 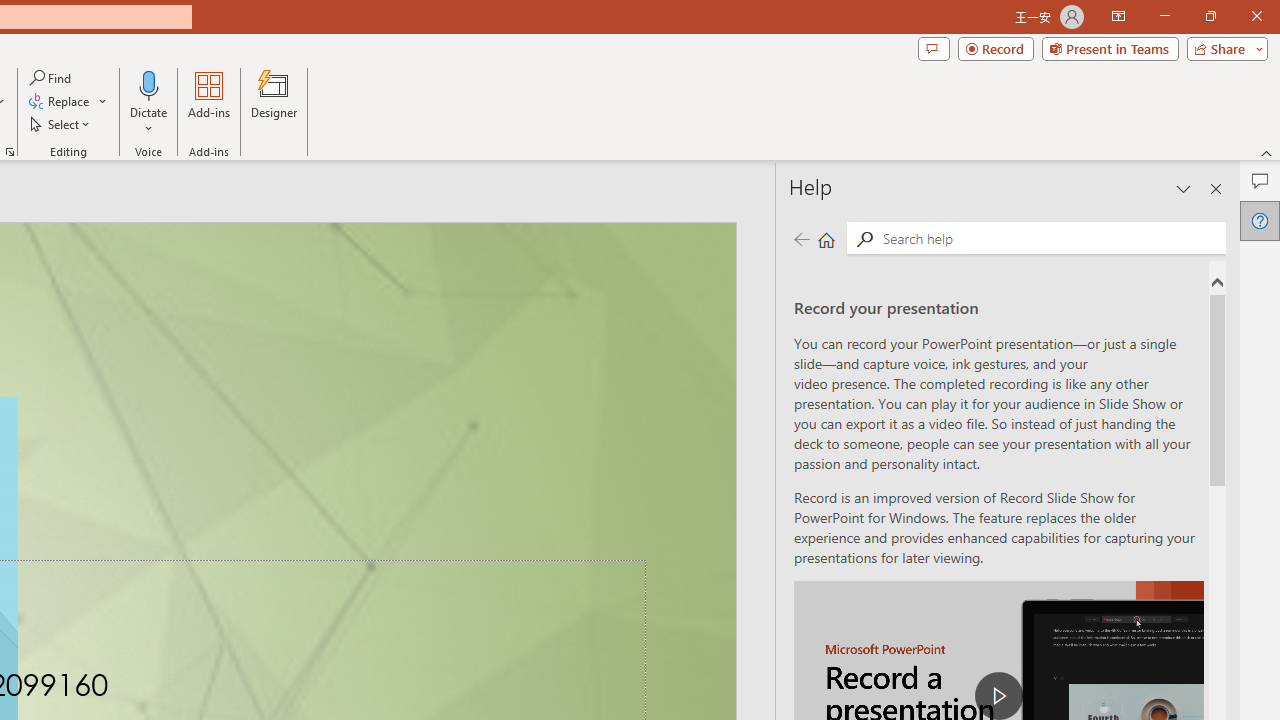 I want to click on 'Designer', so click(x=273, y=103).